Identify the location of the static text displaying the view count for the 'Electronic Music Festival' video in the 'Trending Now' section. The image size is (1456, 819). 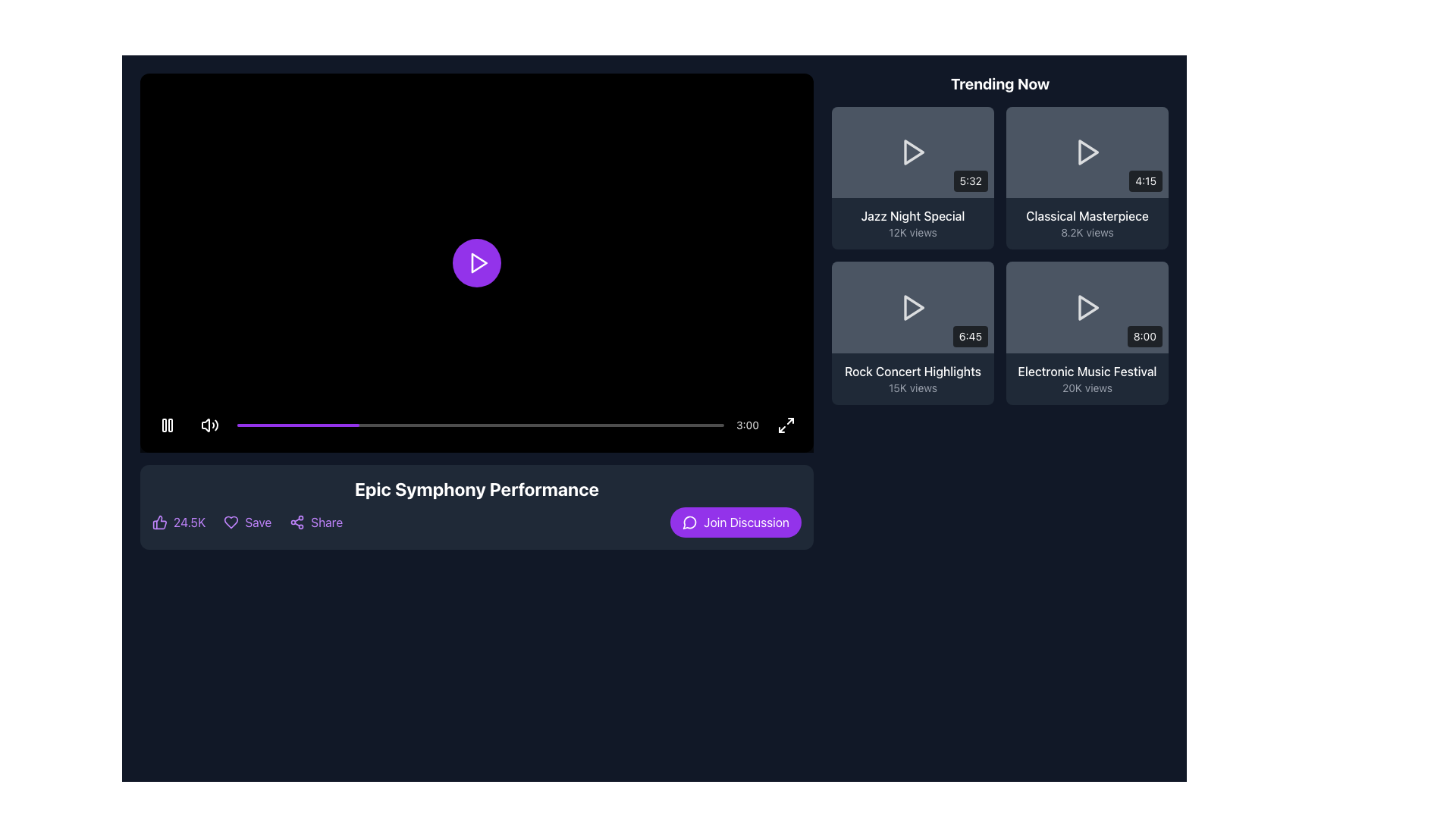
(1087, 386).